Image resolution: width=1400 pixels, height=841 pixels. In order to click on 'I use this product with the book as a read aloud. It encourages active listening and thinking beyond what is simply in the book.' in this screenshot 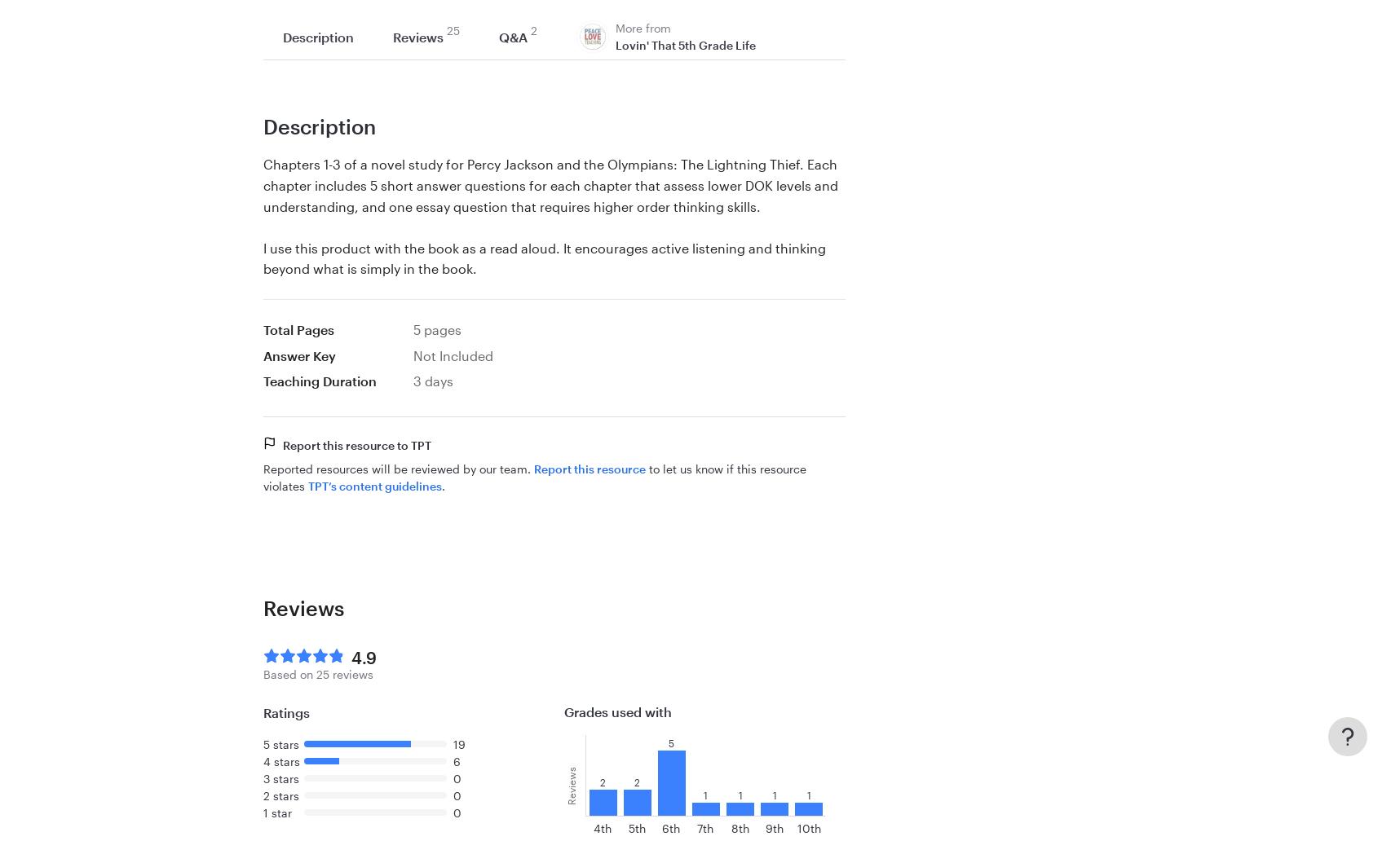, I will do `click(543, 258)`.